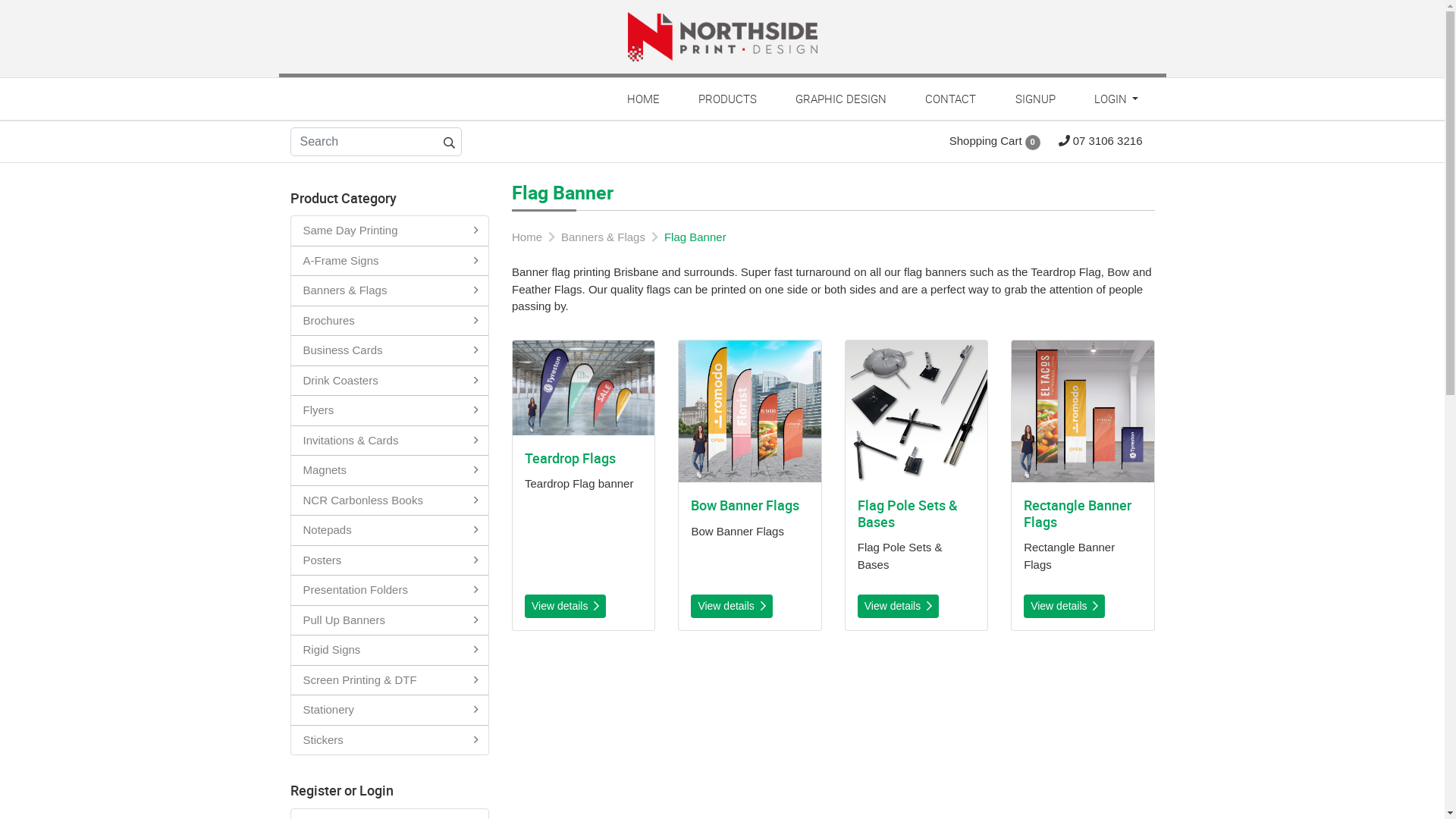 The height and width of the screenshot is (819, 1456). Describe the element at coordinates (390, 231) in the screenshot. I see `'Same Day Printing'` at that location.